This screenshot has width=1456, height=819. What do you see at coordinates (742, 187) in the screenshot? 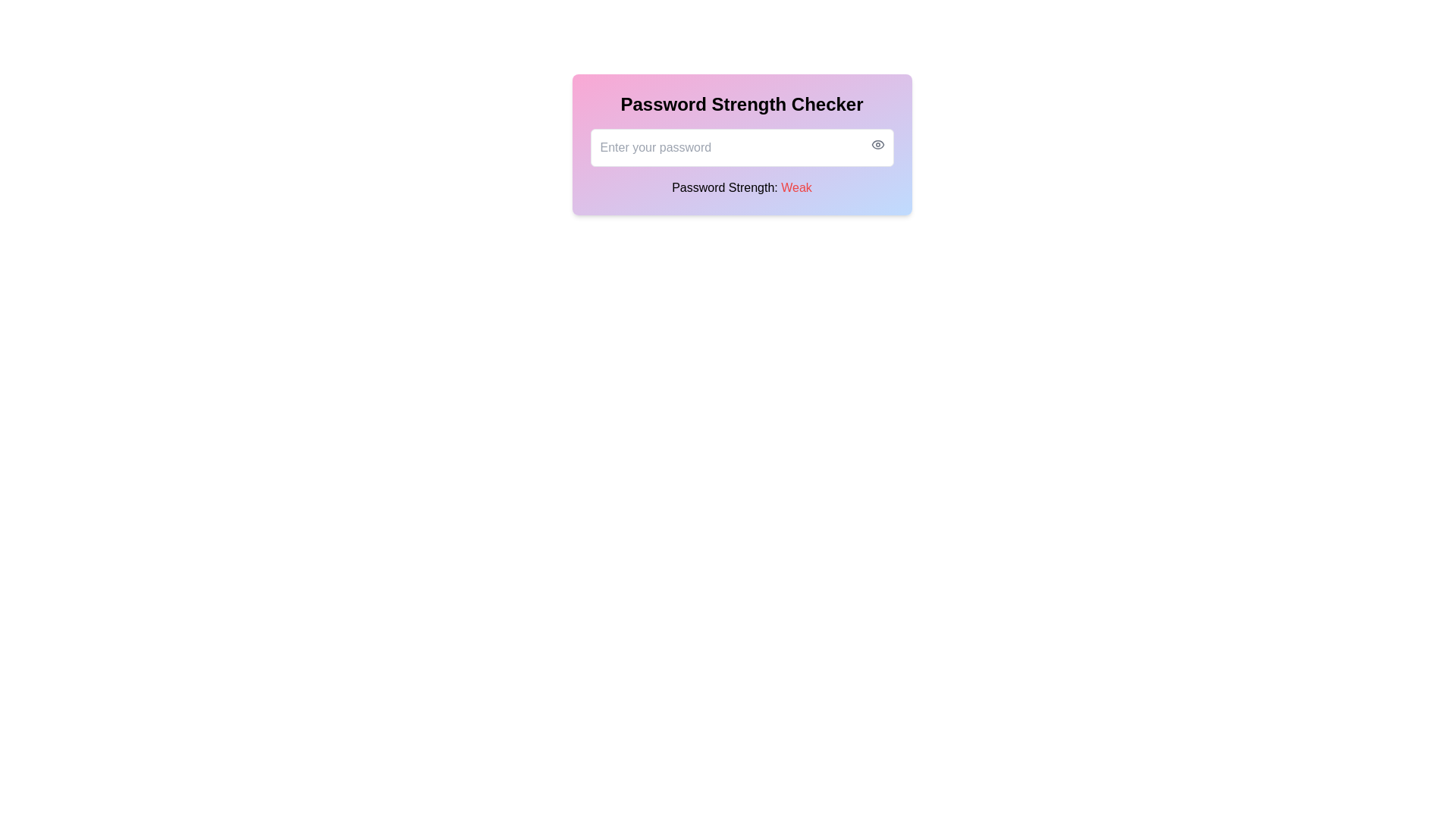
I see `displayed information from the text label that shows 'Password Strength: Weak' in the Password Strength Checker interface, which is located towards the bottom section of the interface` at bounding box center [742, 187].